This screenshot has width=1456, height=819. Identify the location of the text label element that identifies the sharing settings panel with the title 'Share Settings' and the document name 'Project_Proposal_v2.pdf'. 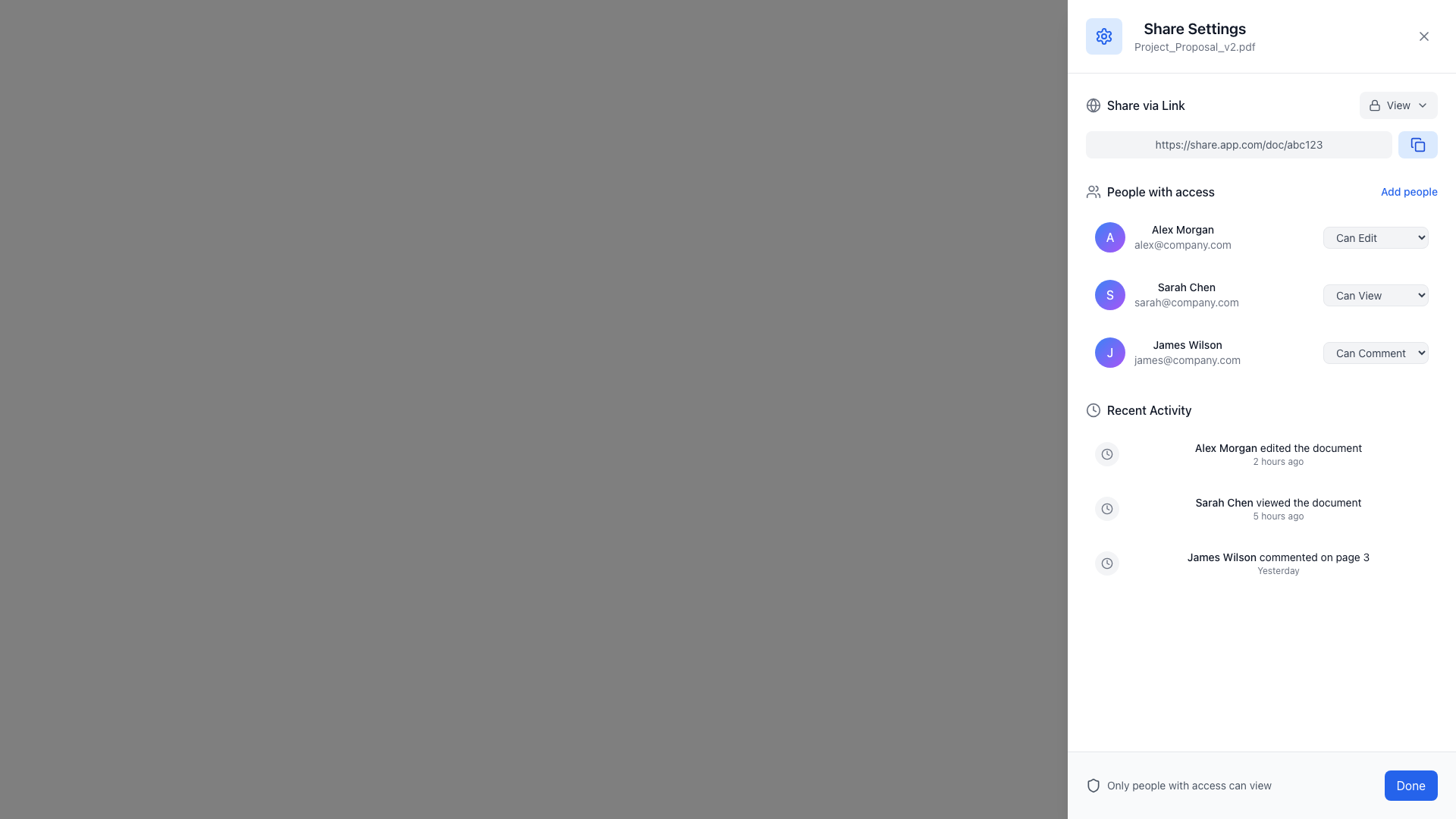
(1194, 35).